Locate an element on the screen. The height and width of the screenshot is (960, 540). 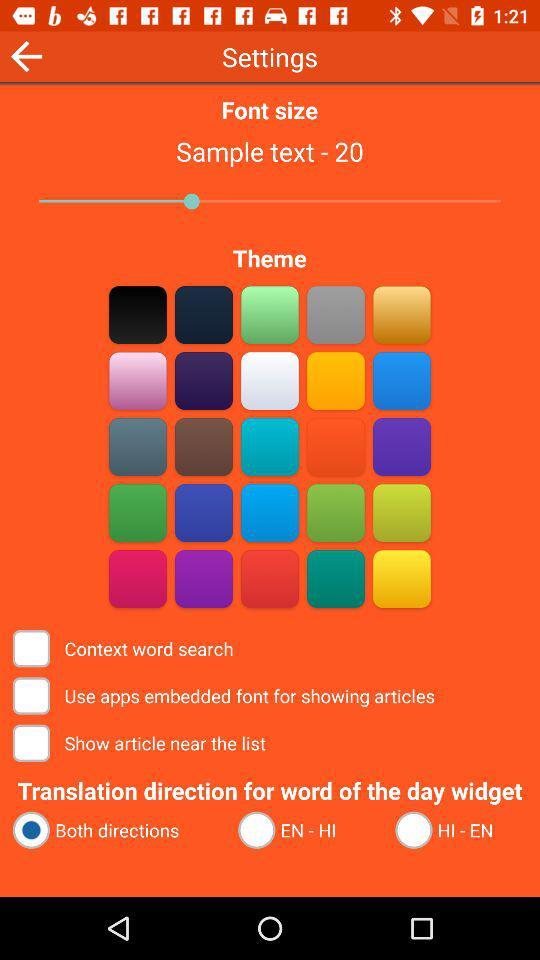
tan is located at coordinates (270, 380).